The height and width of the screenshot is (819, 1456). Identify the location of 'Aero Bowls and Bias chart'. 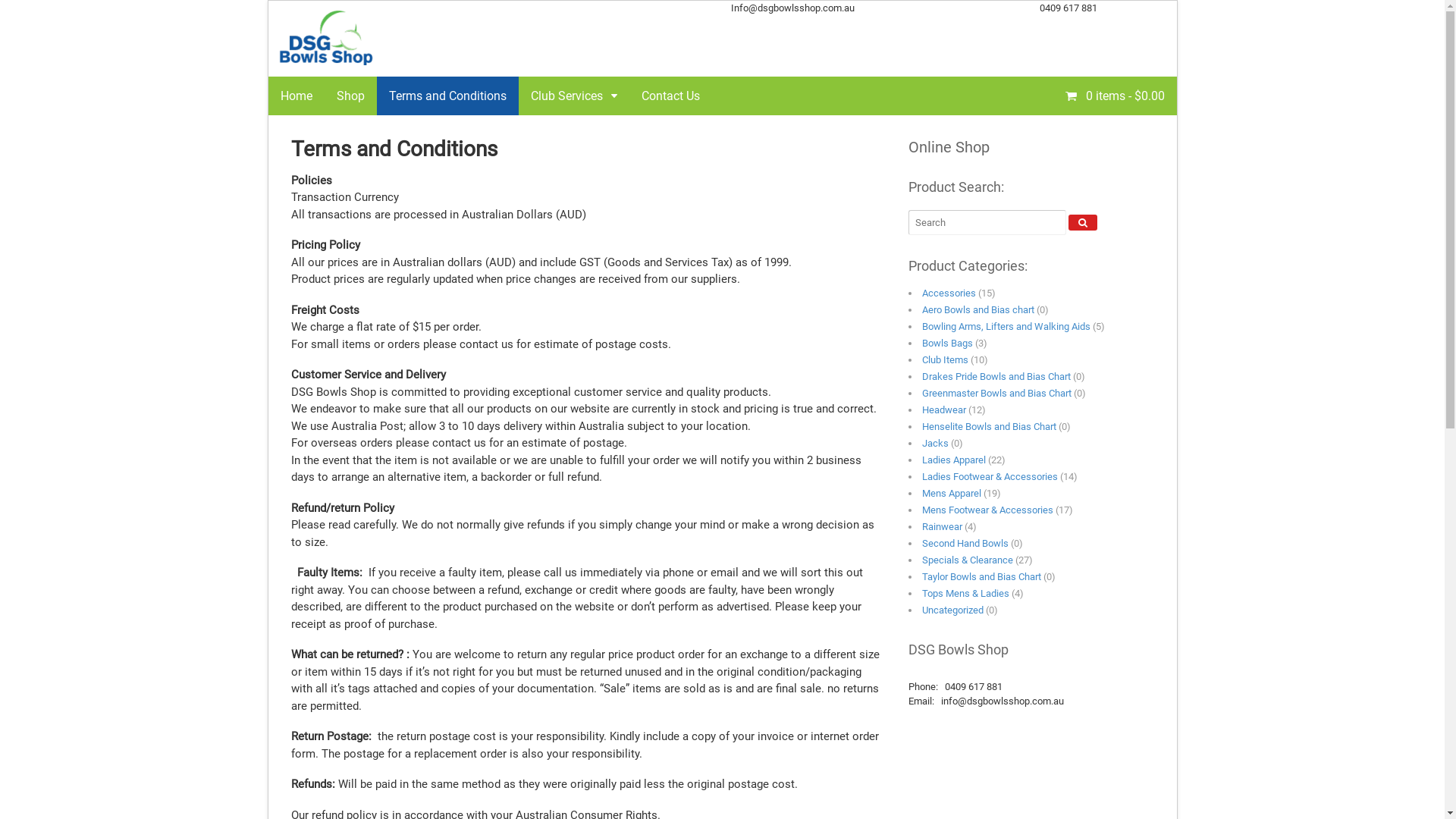
(978, 309).